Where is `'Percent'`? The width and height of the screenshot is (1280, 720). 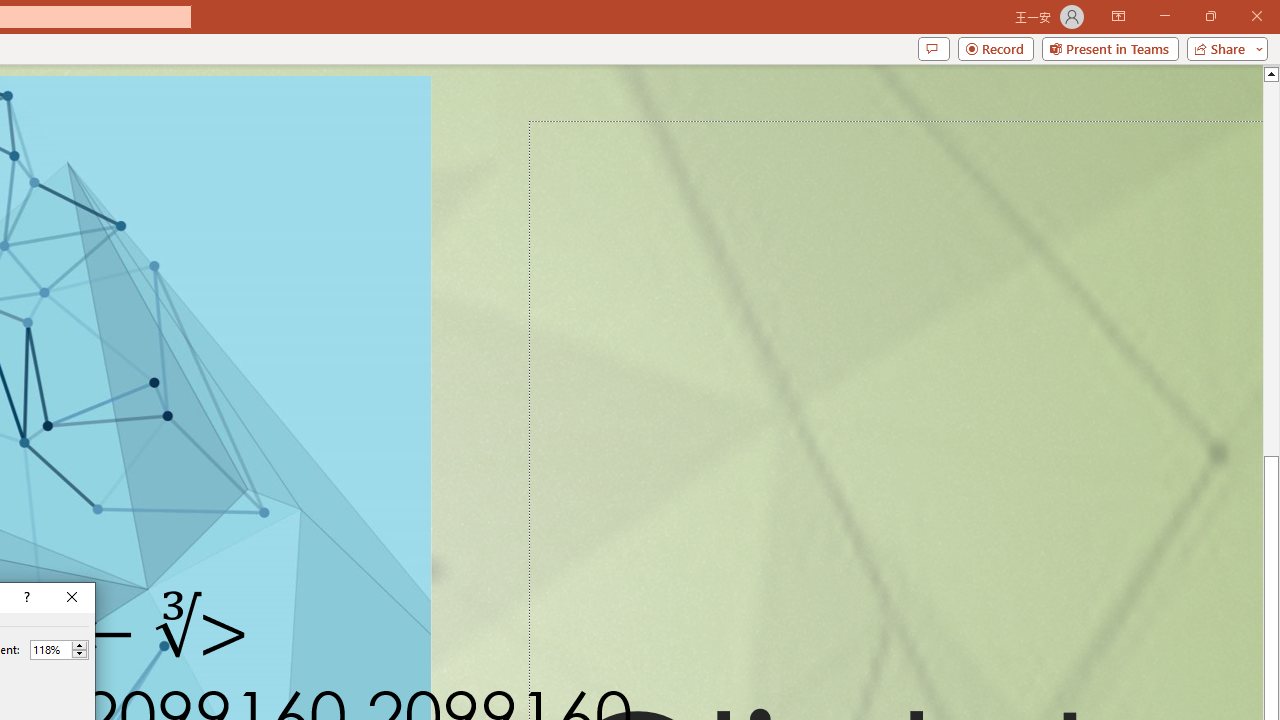
'Percent' is located at coordinates (59, 650).